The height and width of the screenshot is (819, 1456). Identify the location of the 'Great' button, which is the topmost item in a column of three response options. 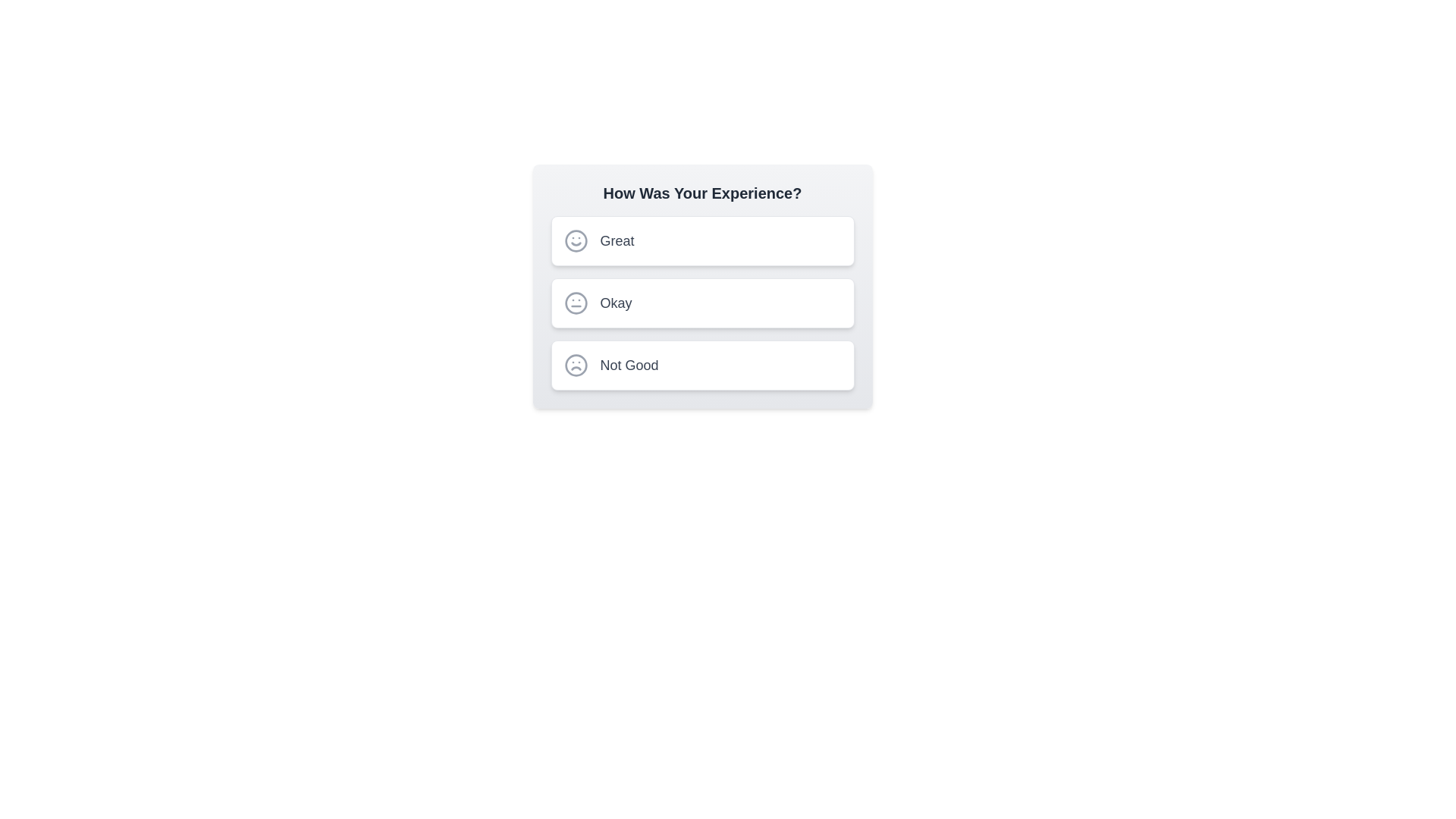
(701, 240).